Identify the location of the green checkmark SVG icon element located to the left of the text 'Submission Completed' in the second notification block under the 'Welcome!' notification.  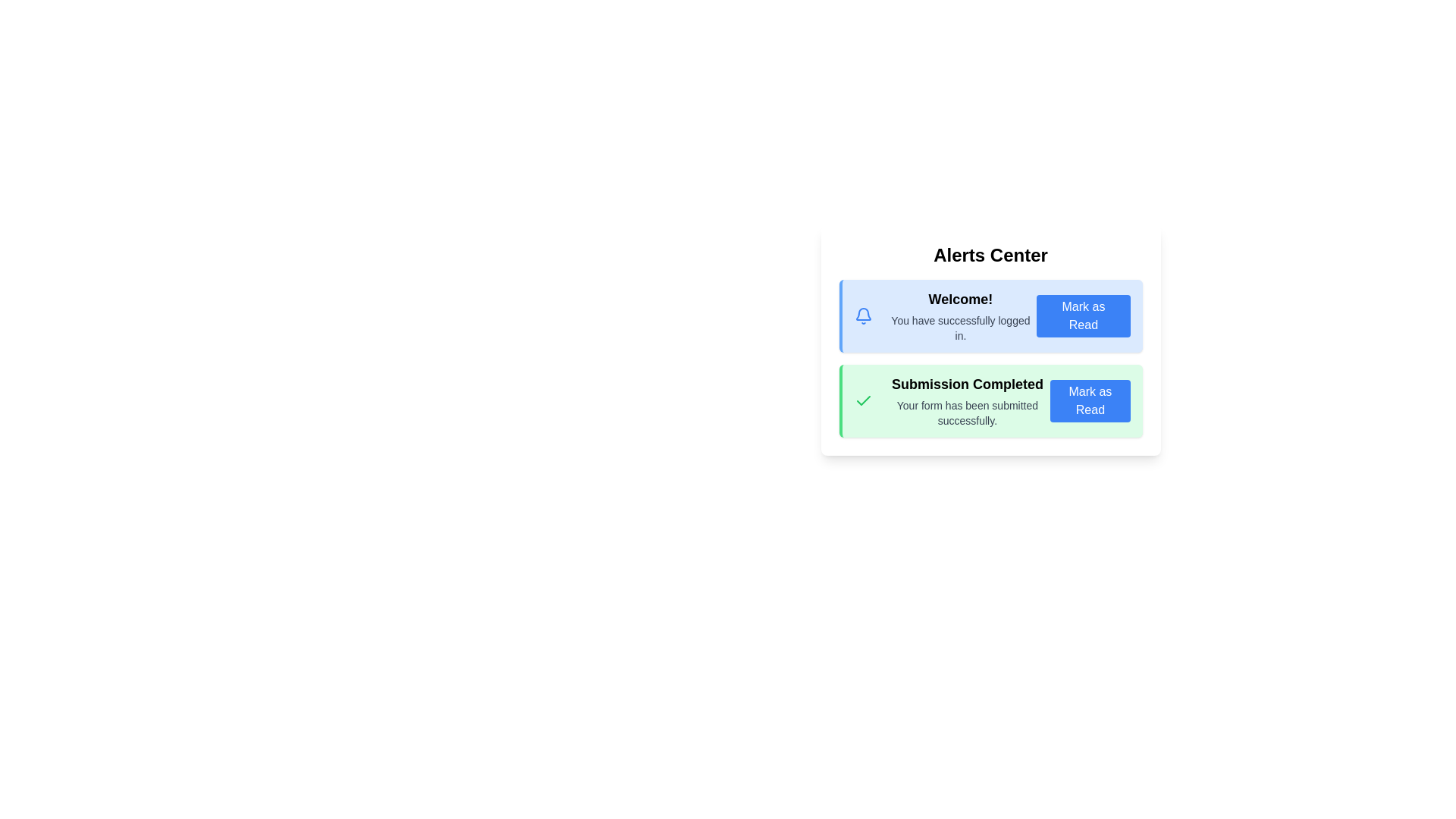
(863, 400).